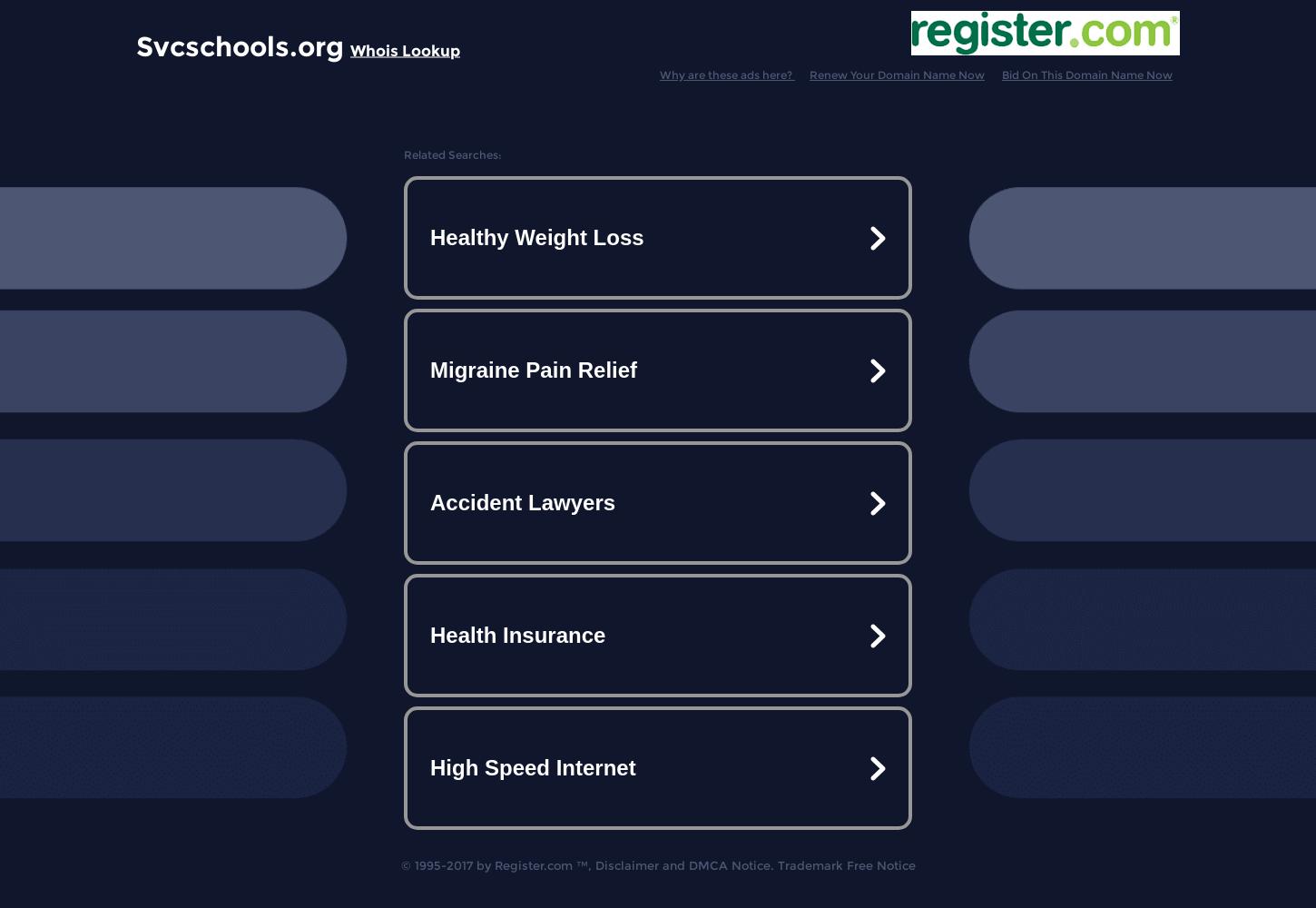 The image size is (1316, 908). Describe the element at coordinates (533, 370) in the screenshot. I see `'Migraine Pain Relief'` at that location.